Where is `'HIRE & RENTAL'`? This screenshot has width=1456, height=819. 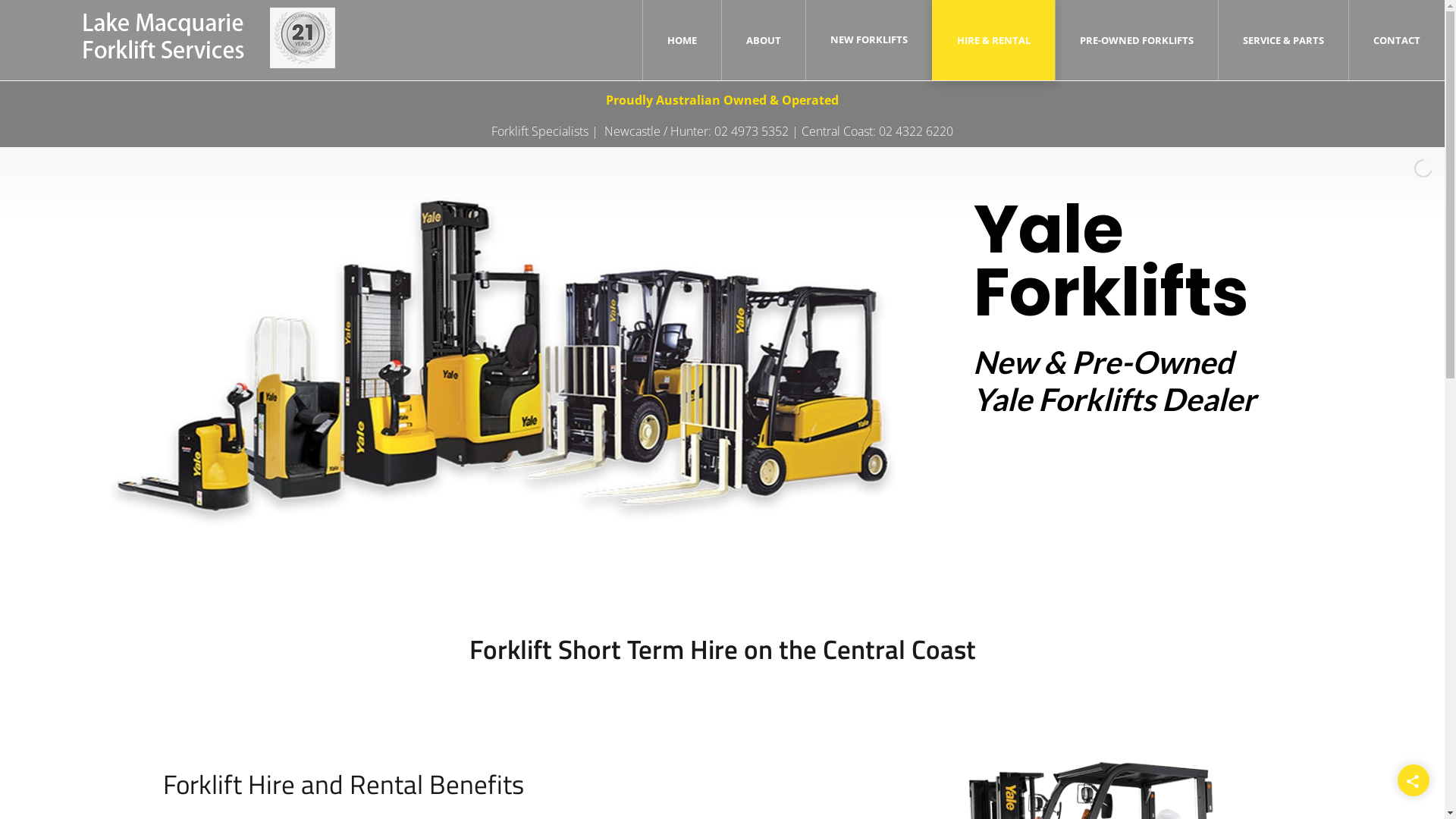 'HIRE & RENTAL' is located at coordinates (956, 39).